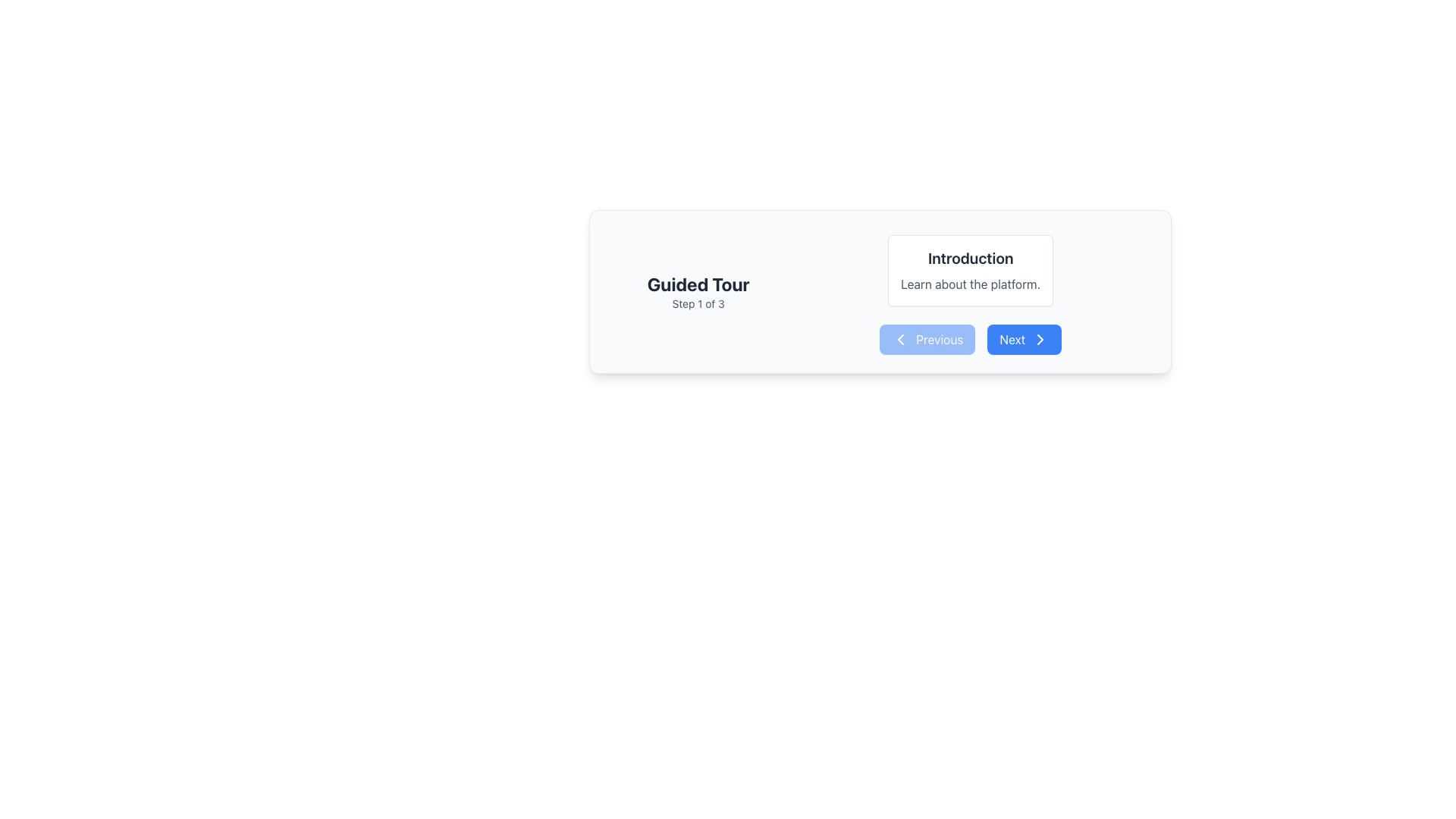  Describe the element at coordinates (901, 338) in the screenshot. I see `the left-facing chevron icon within the 'Previous' button, which is styled with a line-based design and typically indicates a 'back' action` at that location.